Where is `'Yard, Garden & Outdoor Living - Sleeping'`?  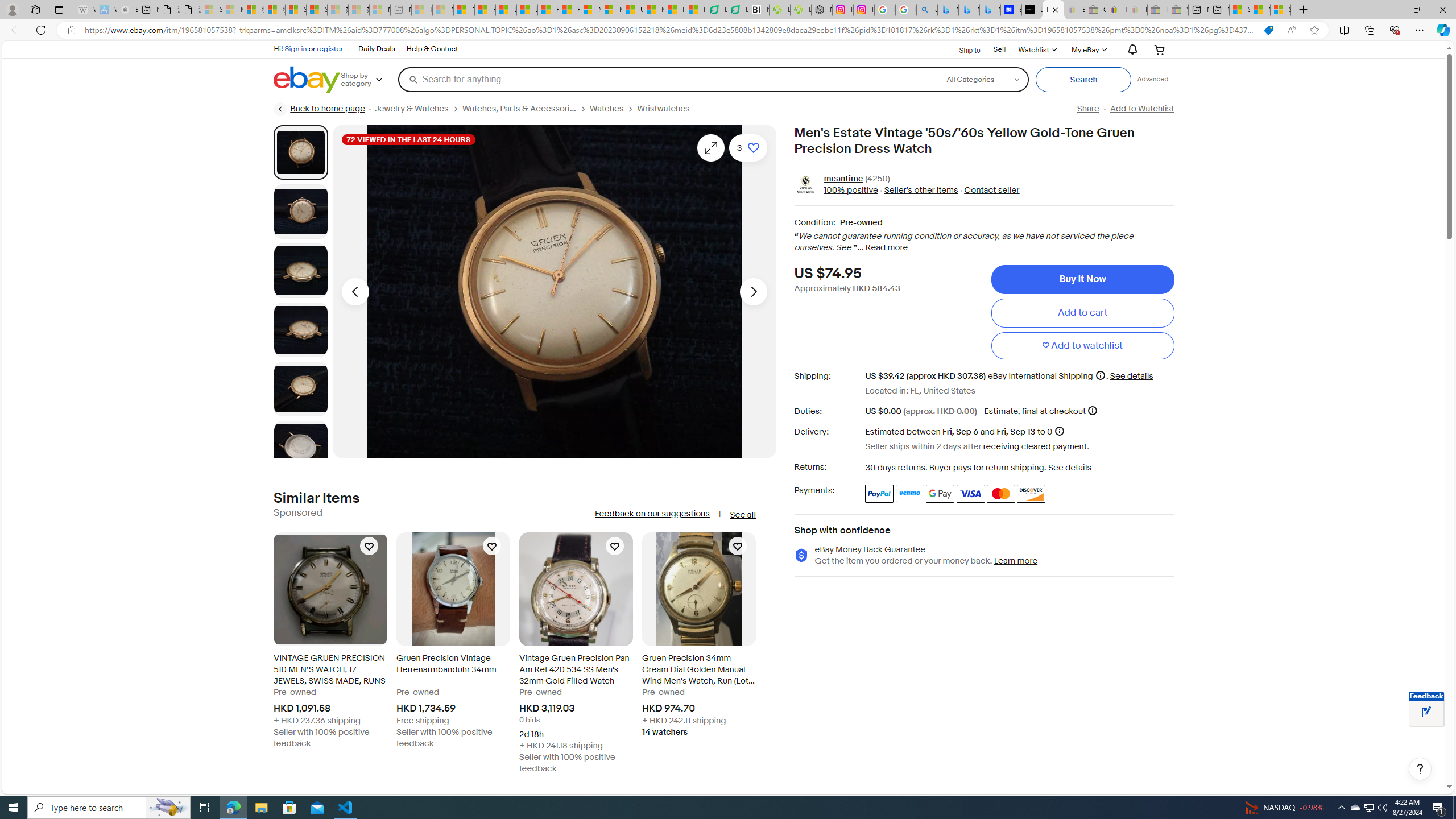 'Yard, Garden & Outdoor Living - Sleeping' is located at coordinates (1178, 9).